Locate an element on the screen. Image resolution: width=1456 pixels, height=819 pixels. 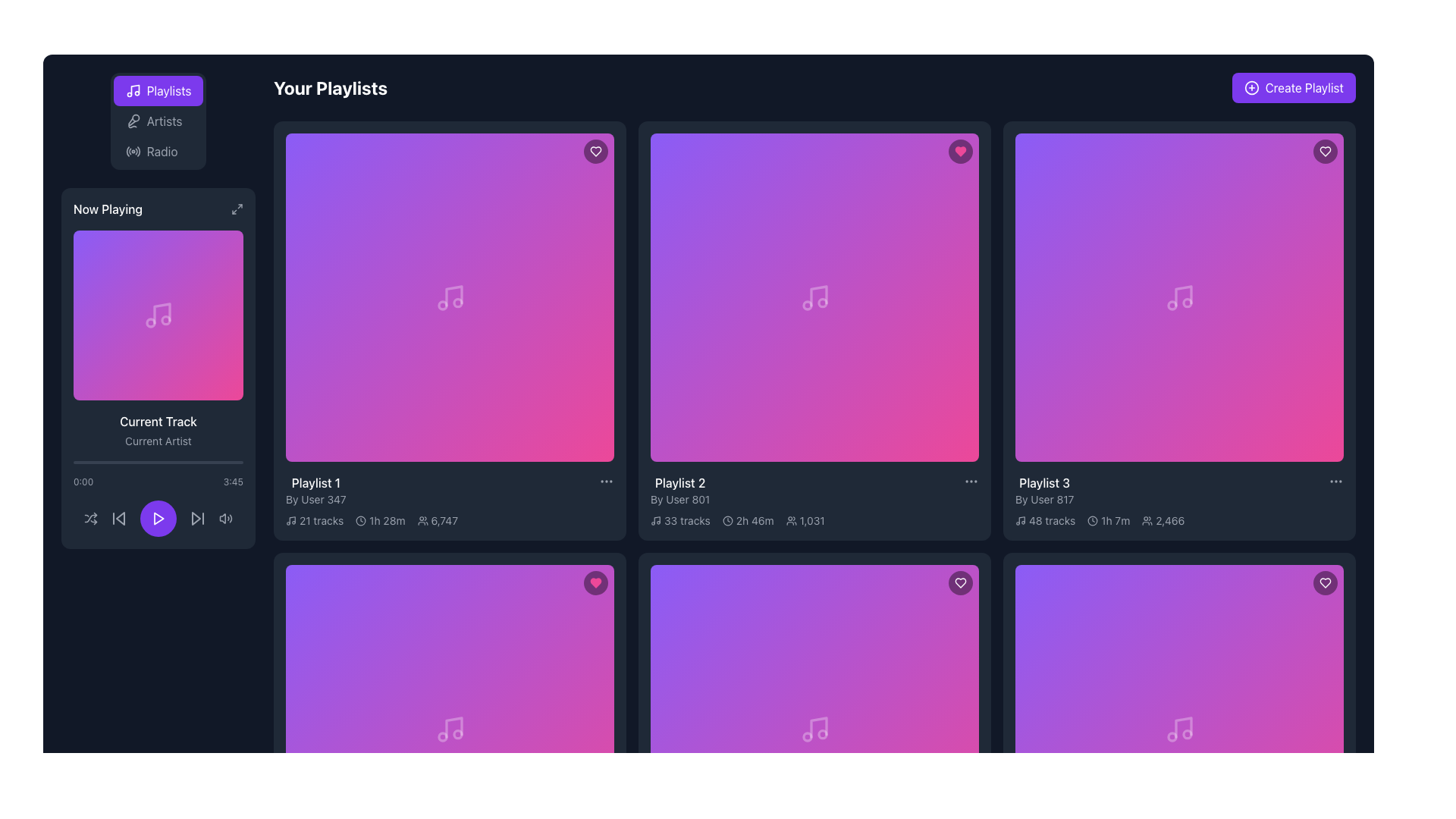
the second circle component of the musical note icon located in the second playlist card of the second row is located at coordinates (806, 736).